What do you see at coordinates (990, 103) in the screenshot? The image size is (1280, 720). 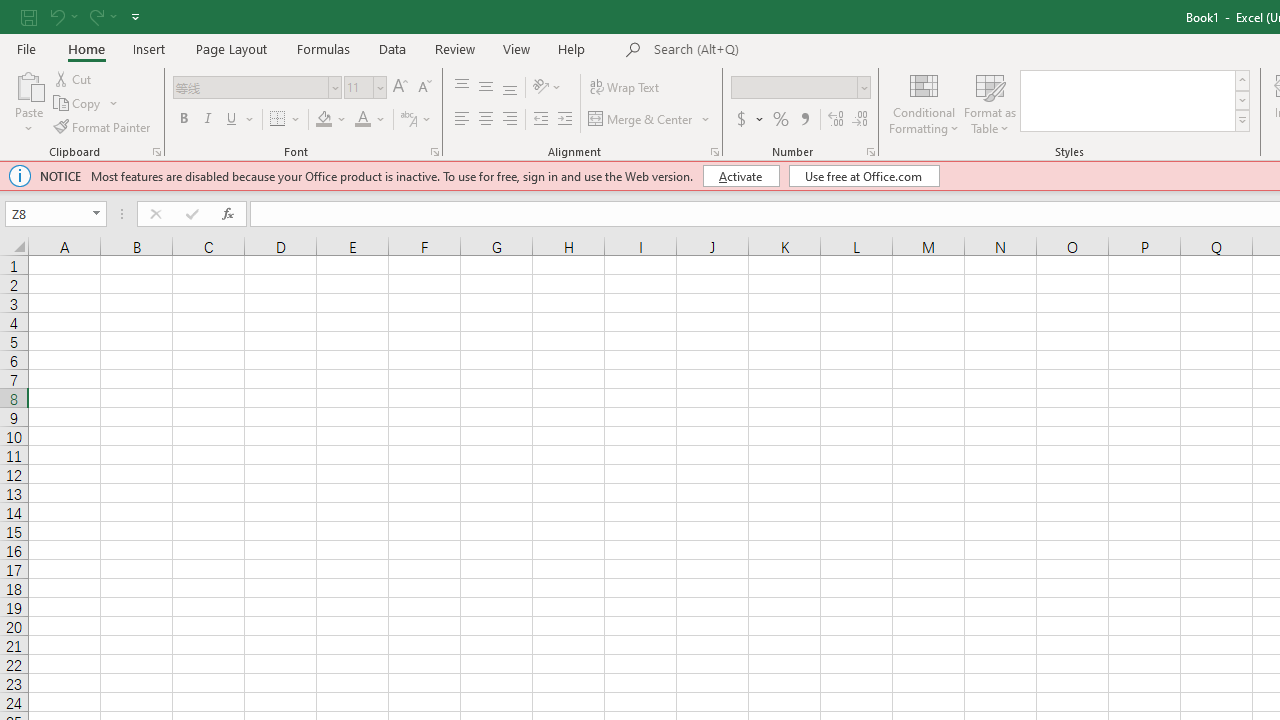 I see `'Format as Table'` at bounding box center [990, 103].